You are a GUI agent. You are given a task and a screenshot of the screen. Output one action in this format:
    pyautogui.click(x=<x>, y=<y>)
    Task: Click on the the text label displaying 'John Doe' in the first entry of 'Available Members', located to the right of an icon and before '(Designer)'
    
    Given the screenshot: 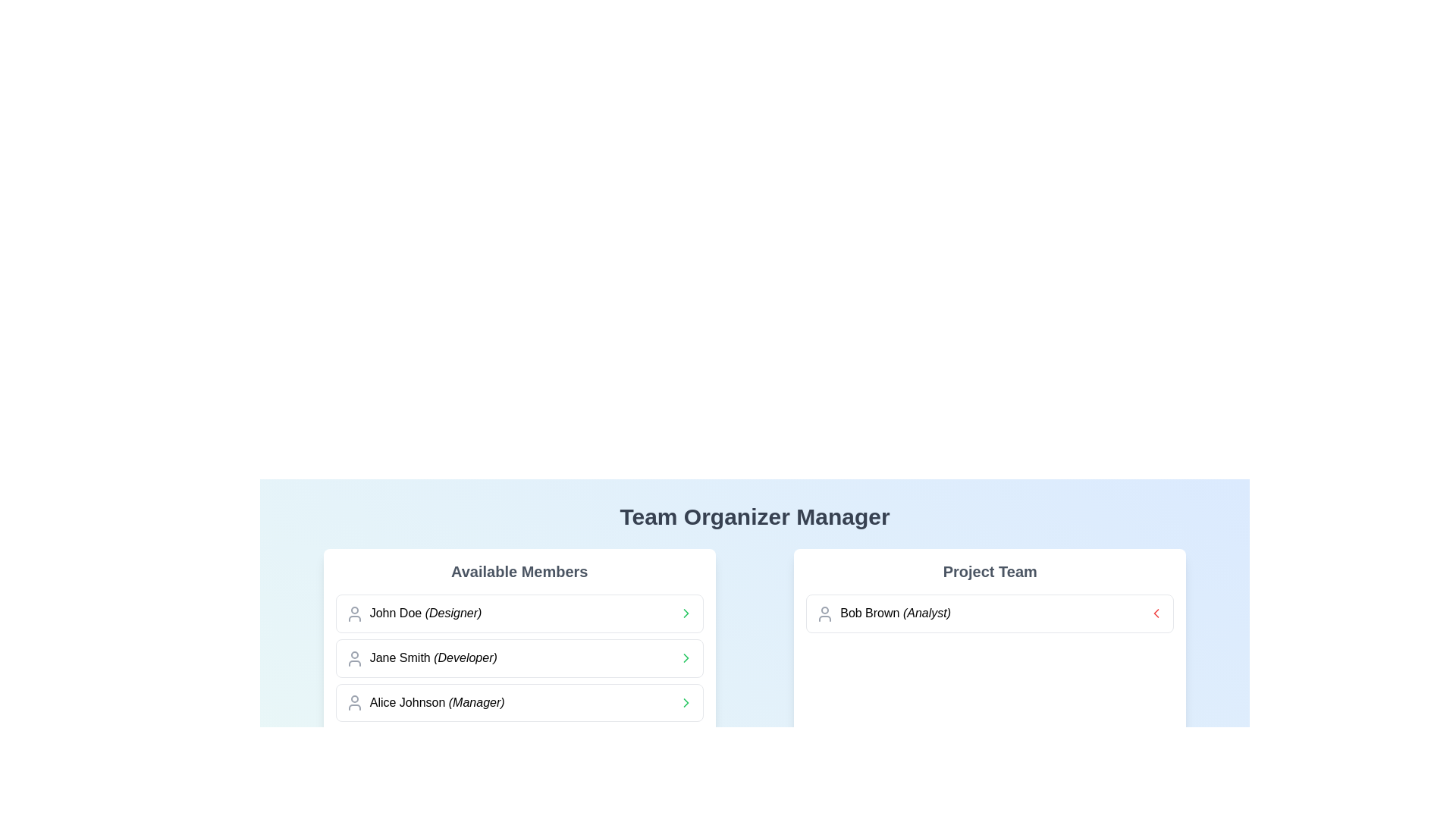 What is the action you would take?
    pyautogui.click(x=395, y=612)
    